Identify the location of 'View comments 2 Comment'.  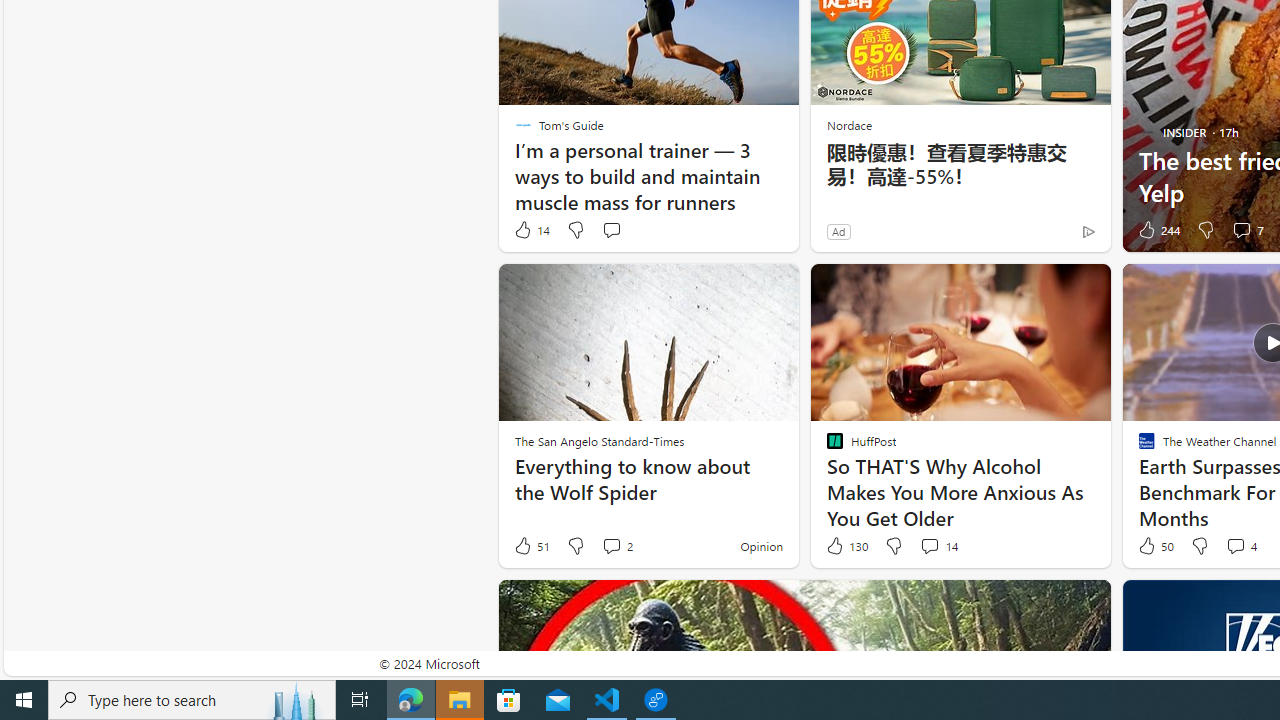
(615, 546).